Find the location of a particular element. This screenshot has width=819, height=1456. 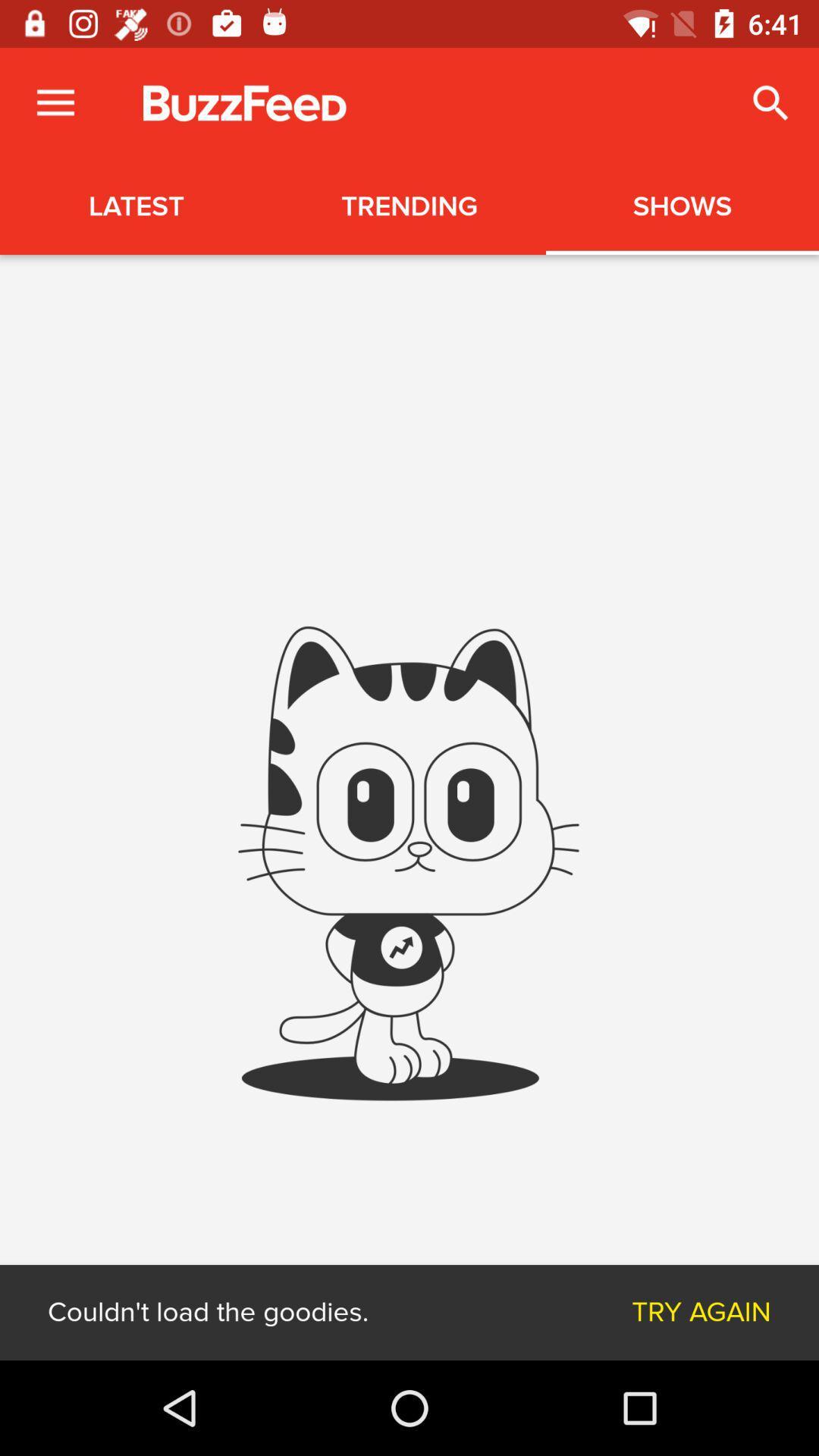

item next to couldn t load is located at coordinates (701, 1312).